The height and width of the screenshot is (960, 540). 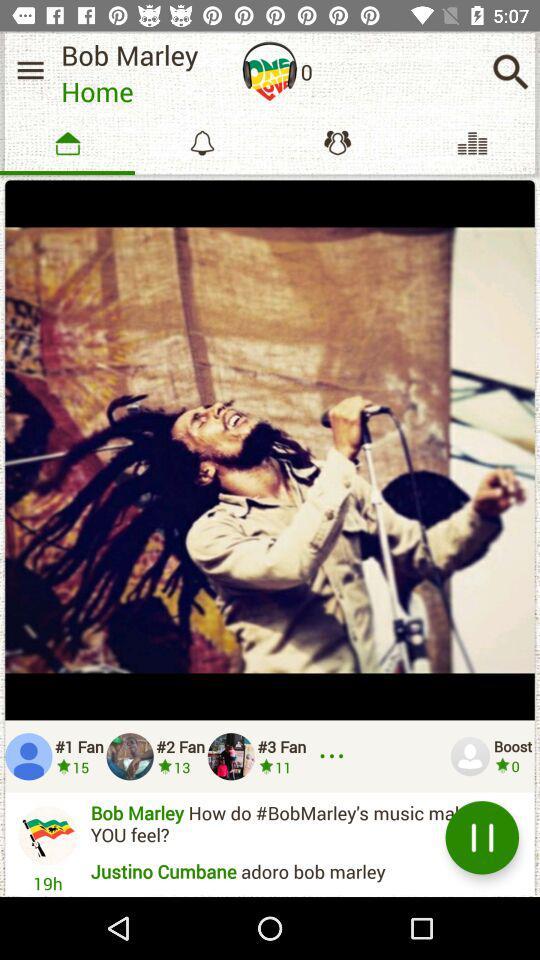 I want to click on the item next to ibrahim usman am icon, so click(x=481, y=837).